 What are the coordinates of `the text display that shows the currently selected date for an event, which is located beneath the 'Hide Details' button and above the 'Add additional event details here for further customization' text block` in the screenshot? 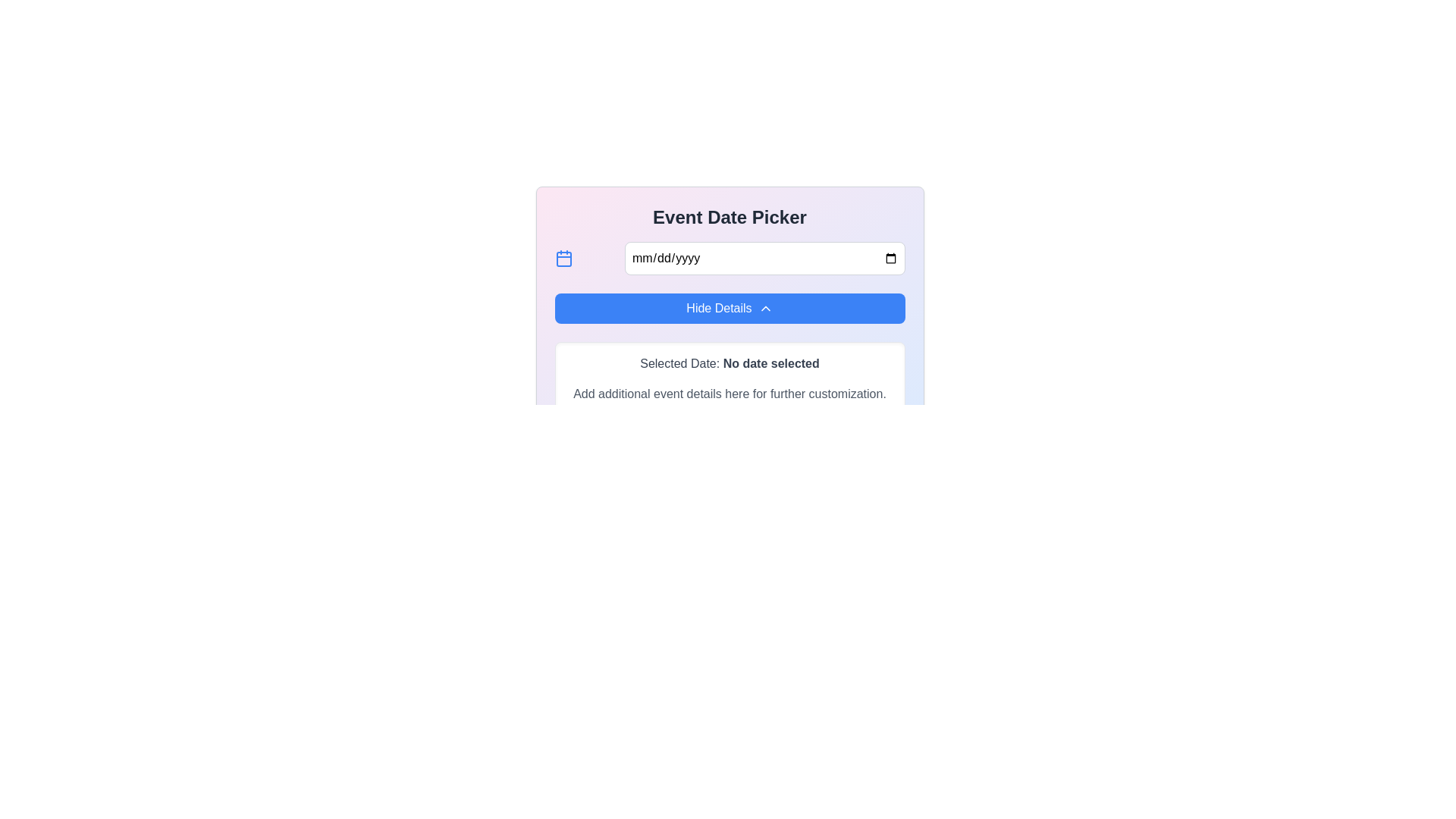 It's located at (730, 363).